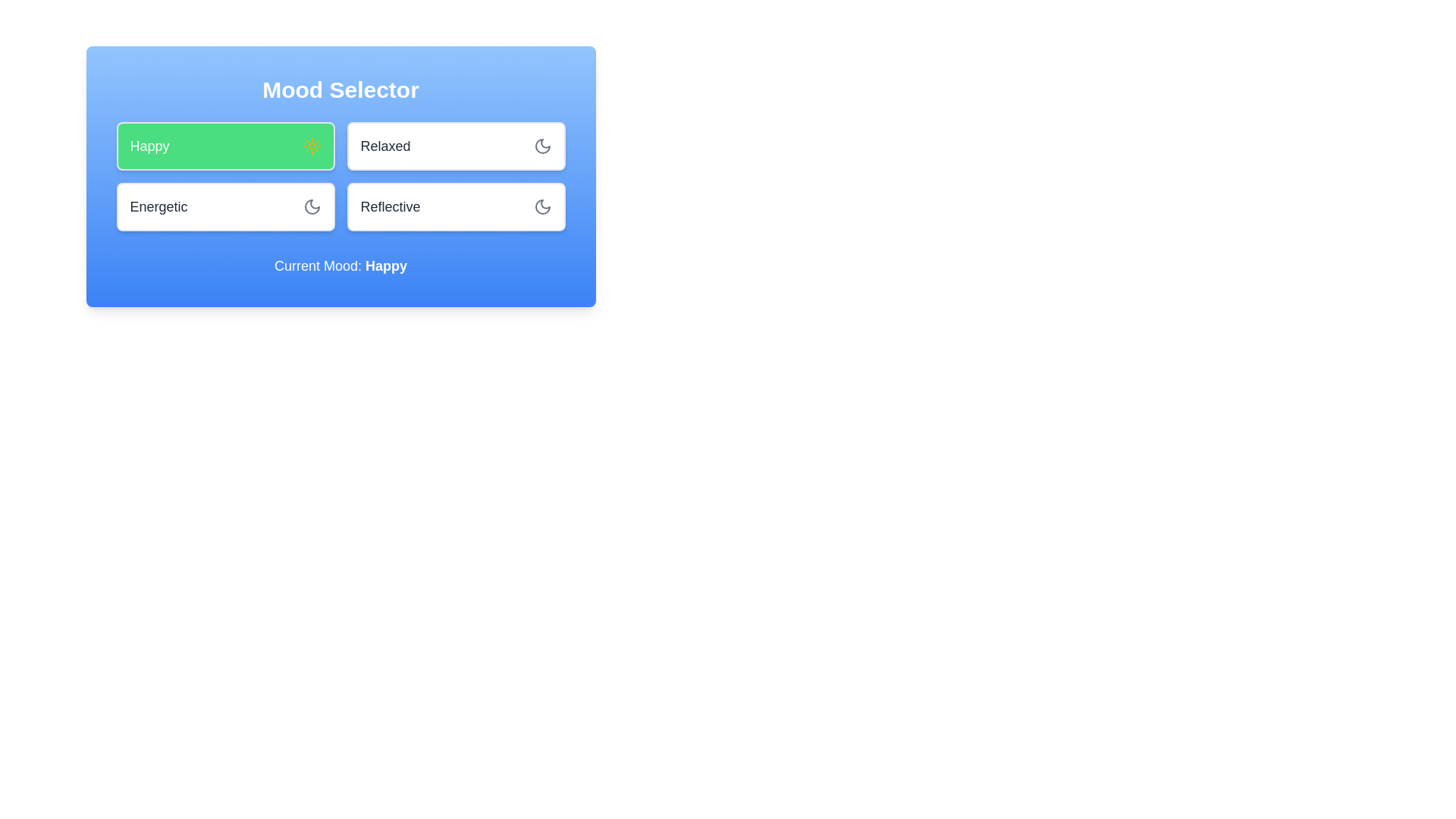 This screenshot has width=1456, height=819. Describe the element at coordinates (542, 207) in the screenshot. I see `the icon representing the mood Reflective` at that location.